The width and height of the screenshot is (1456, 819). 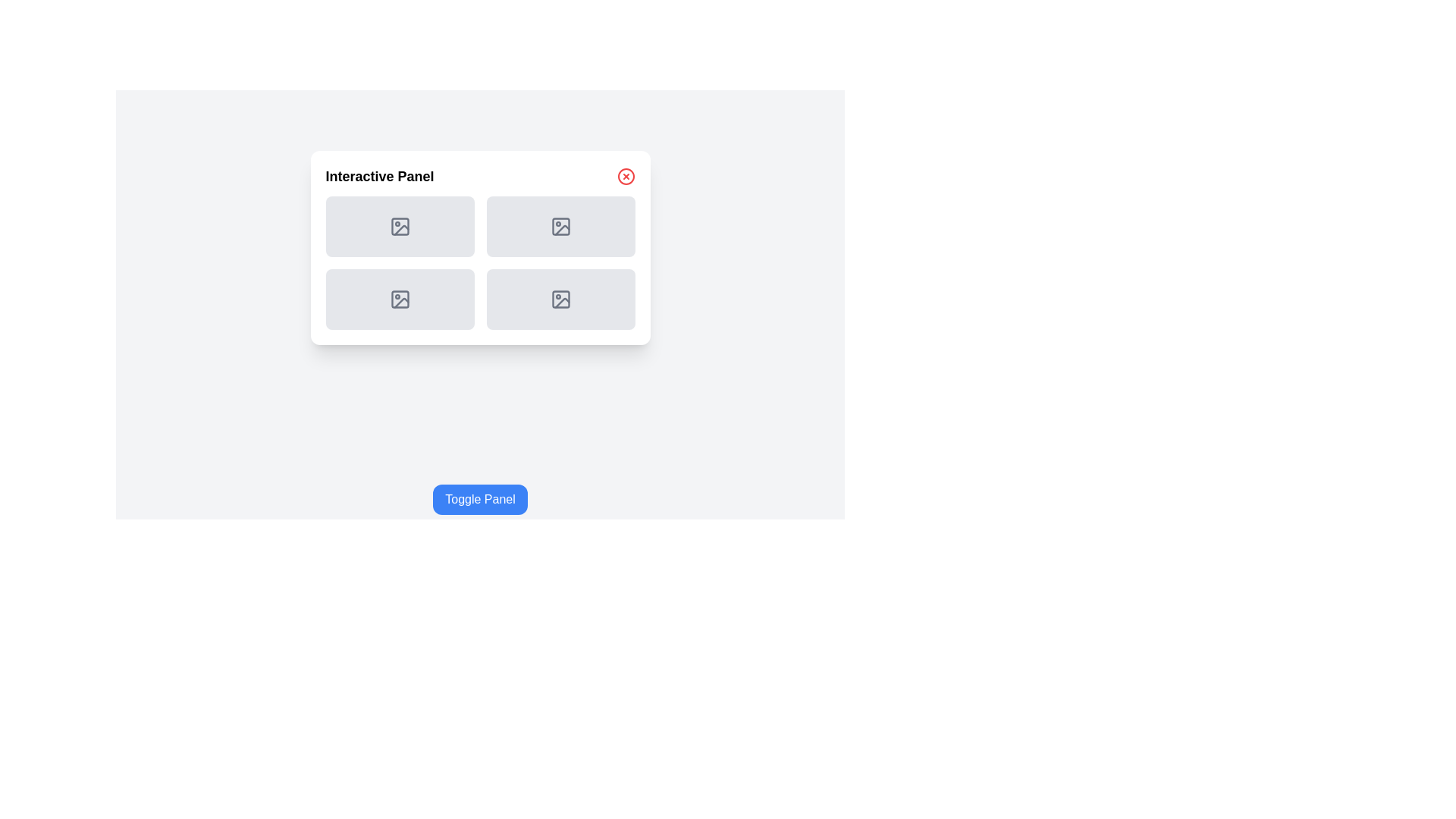 I want to click on the bottom-right graphic icon resembling a stylized image filled with a diagonal slash, indicating a placeholder or image error in the 'Interactive Panel', so click(x=561, y=230).